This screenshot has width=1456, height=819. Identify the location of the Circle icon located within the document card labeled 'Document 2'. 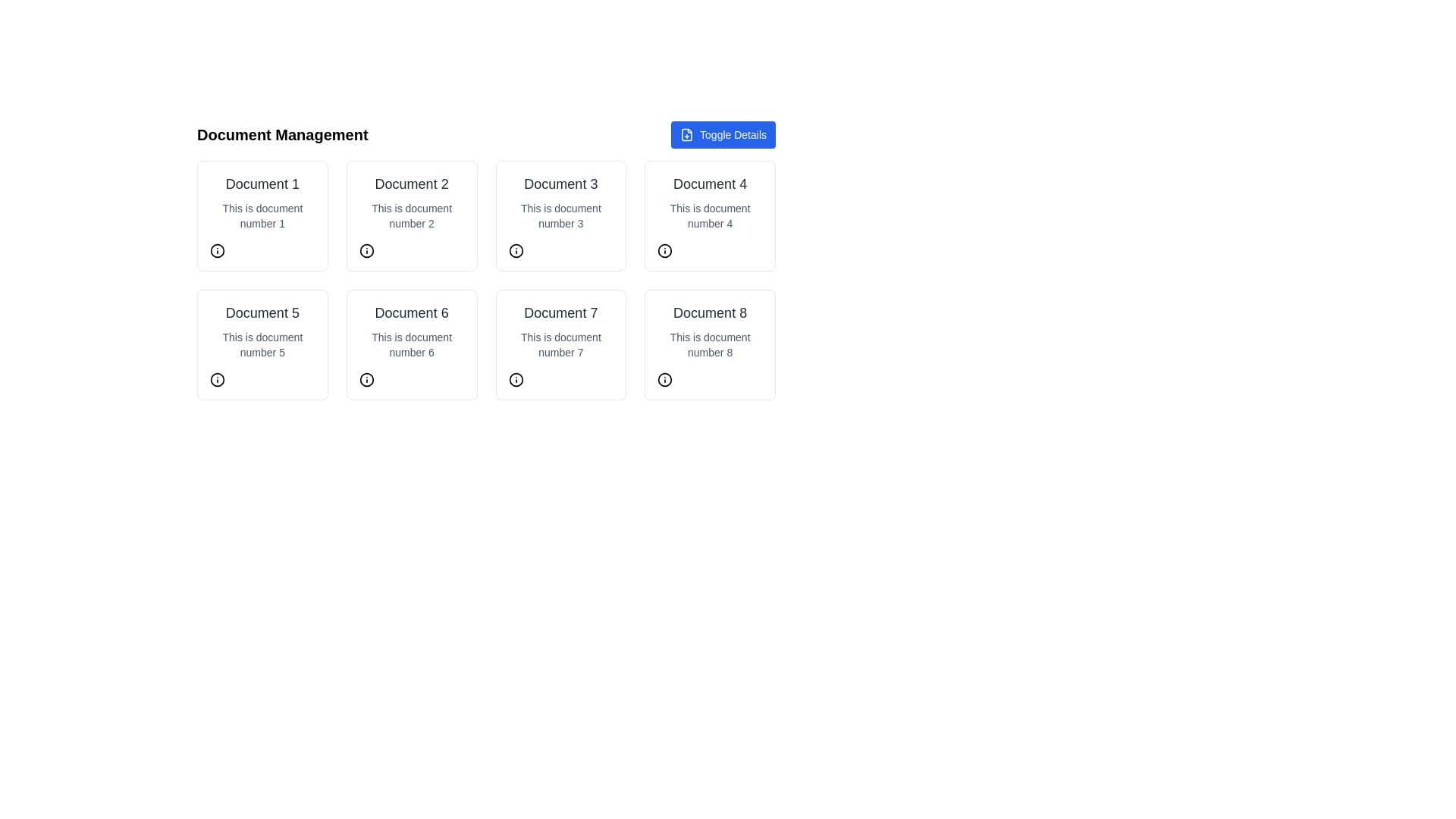
(366, 250).